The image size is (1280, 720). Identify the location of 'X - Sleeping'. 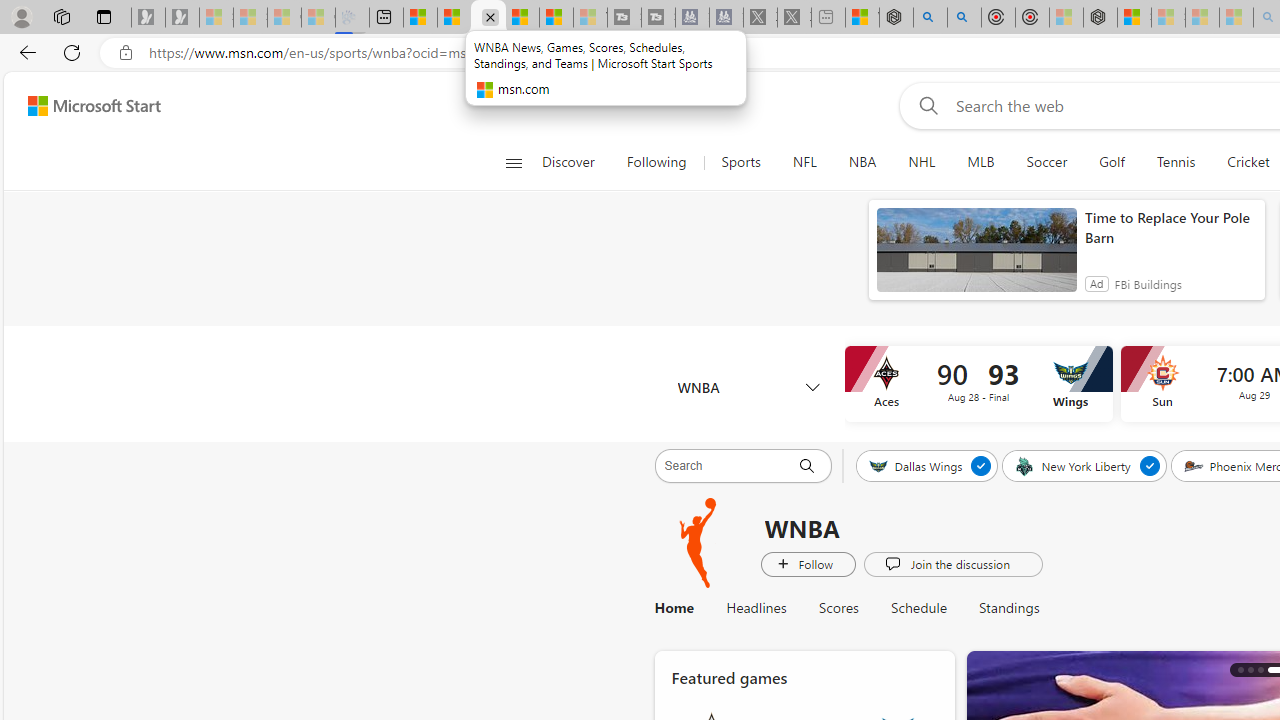
(793, 17).